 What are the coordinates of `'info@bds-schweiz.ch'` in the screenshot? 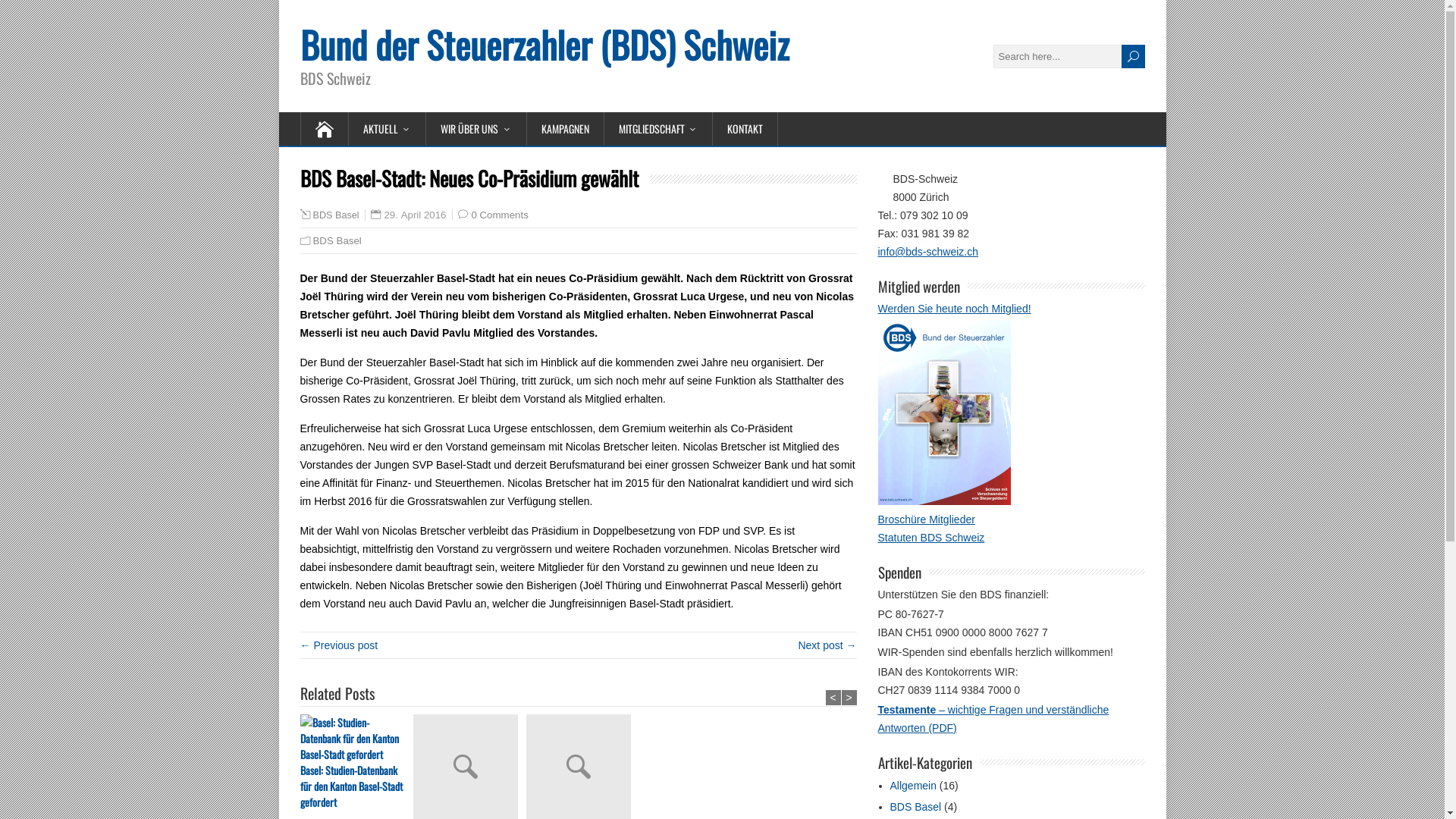 It's located at (927, 250).